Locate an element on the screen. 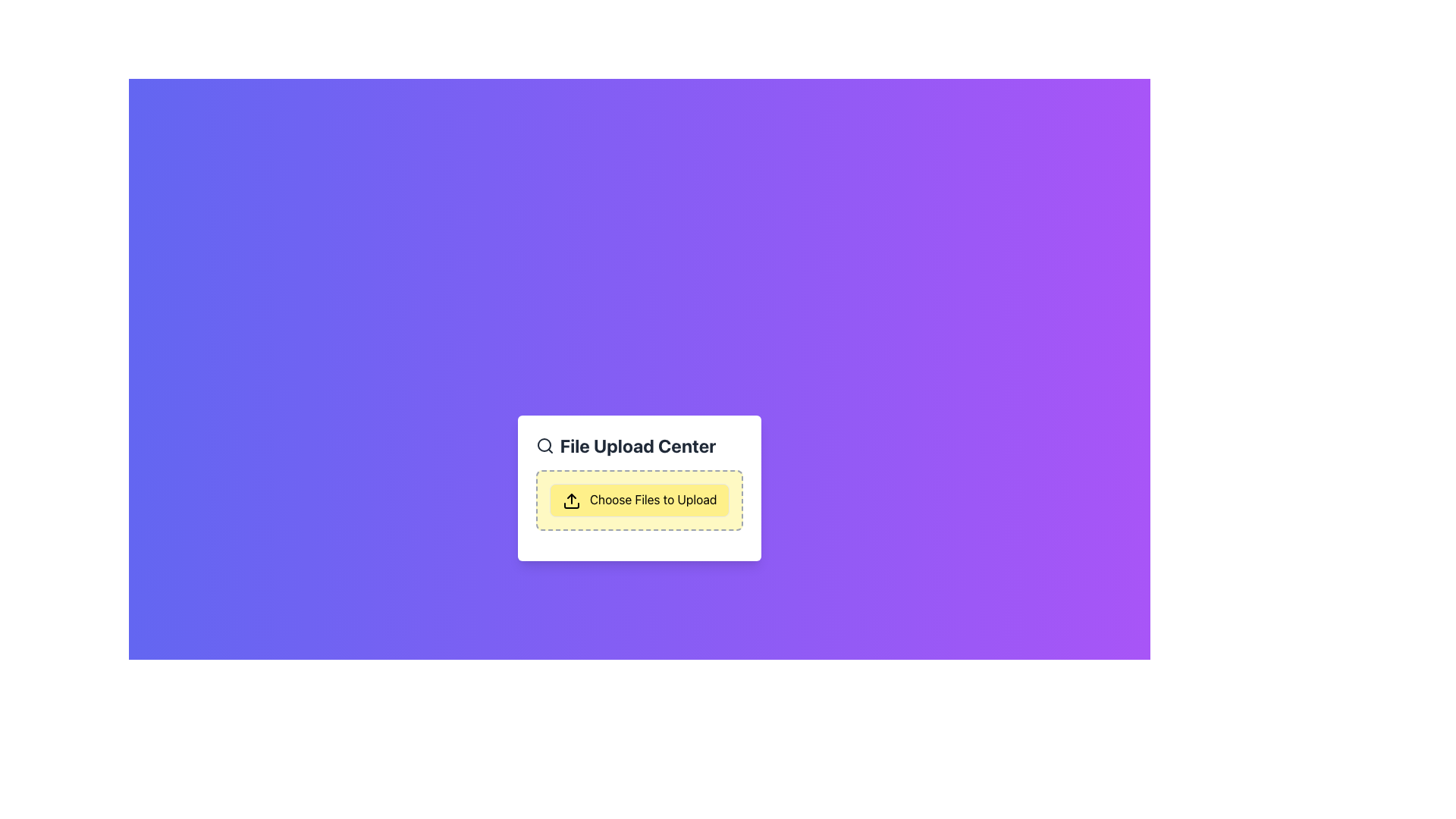 This screenshot has height=819, width=1456. the 'Choose Files to Upload' button, which features a yellow background, black border, and rounded corners is located at coordinates (639, 500).